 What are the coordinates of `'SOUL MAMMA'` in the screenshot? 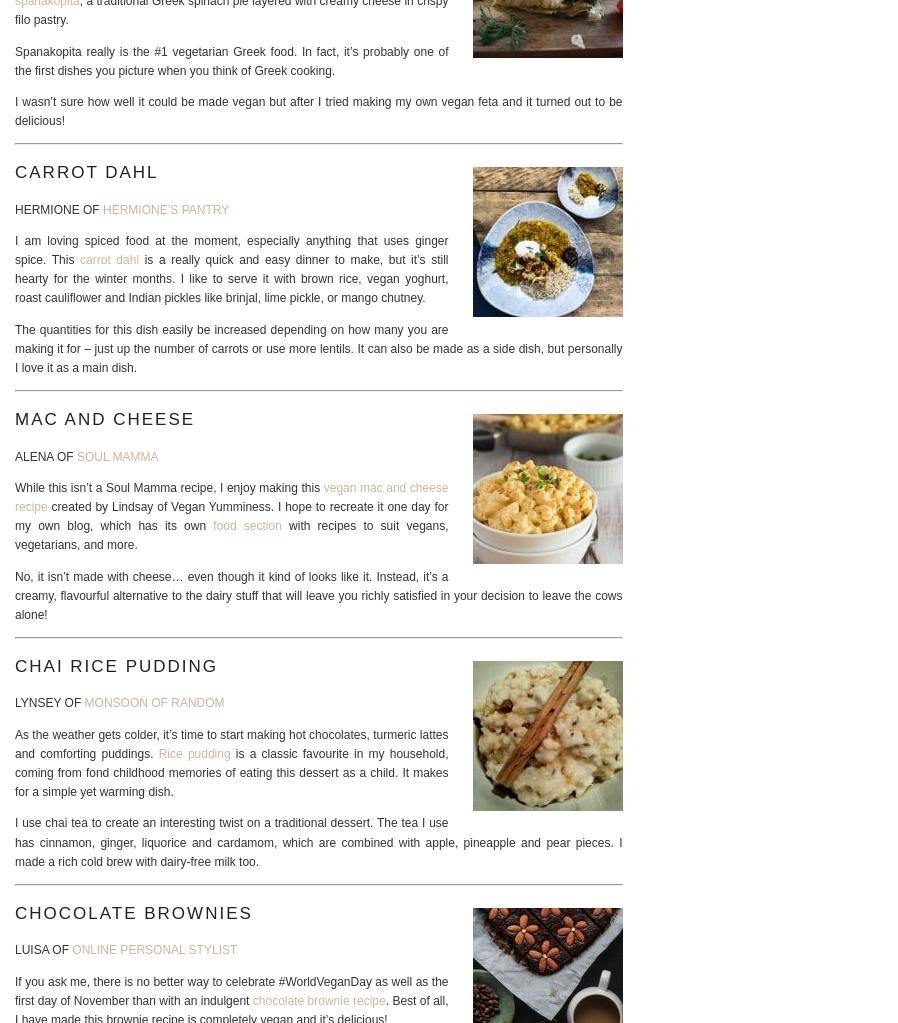 It's located at (116, 454).